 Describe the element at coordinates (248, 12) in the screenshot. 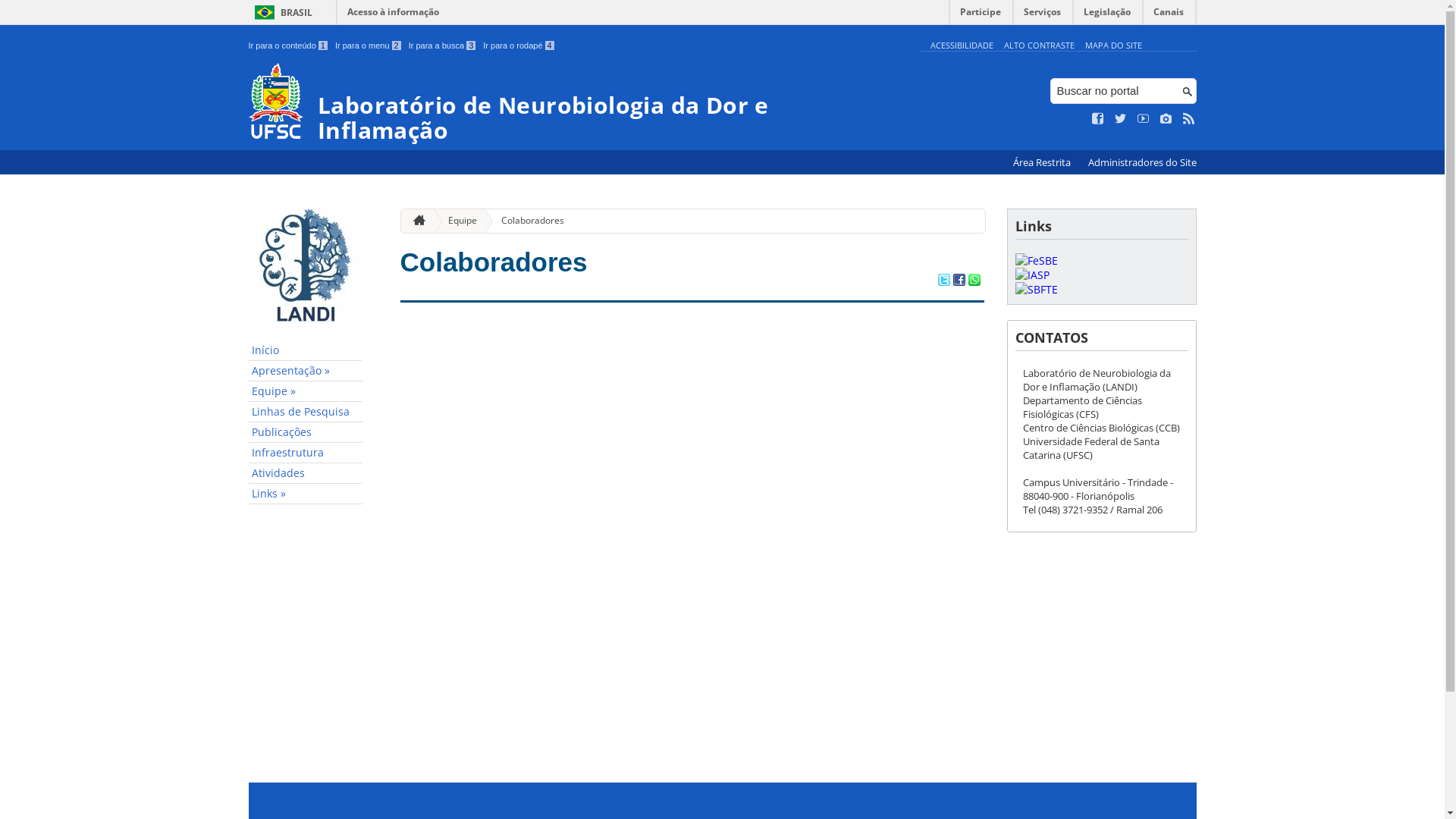

I see `'BRASIL'` at that location.